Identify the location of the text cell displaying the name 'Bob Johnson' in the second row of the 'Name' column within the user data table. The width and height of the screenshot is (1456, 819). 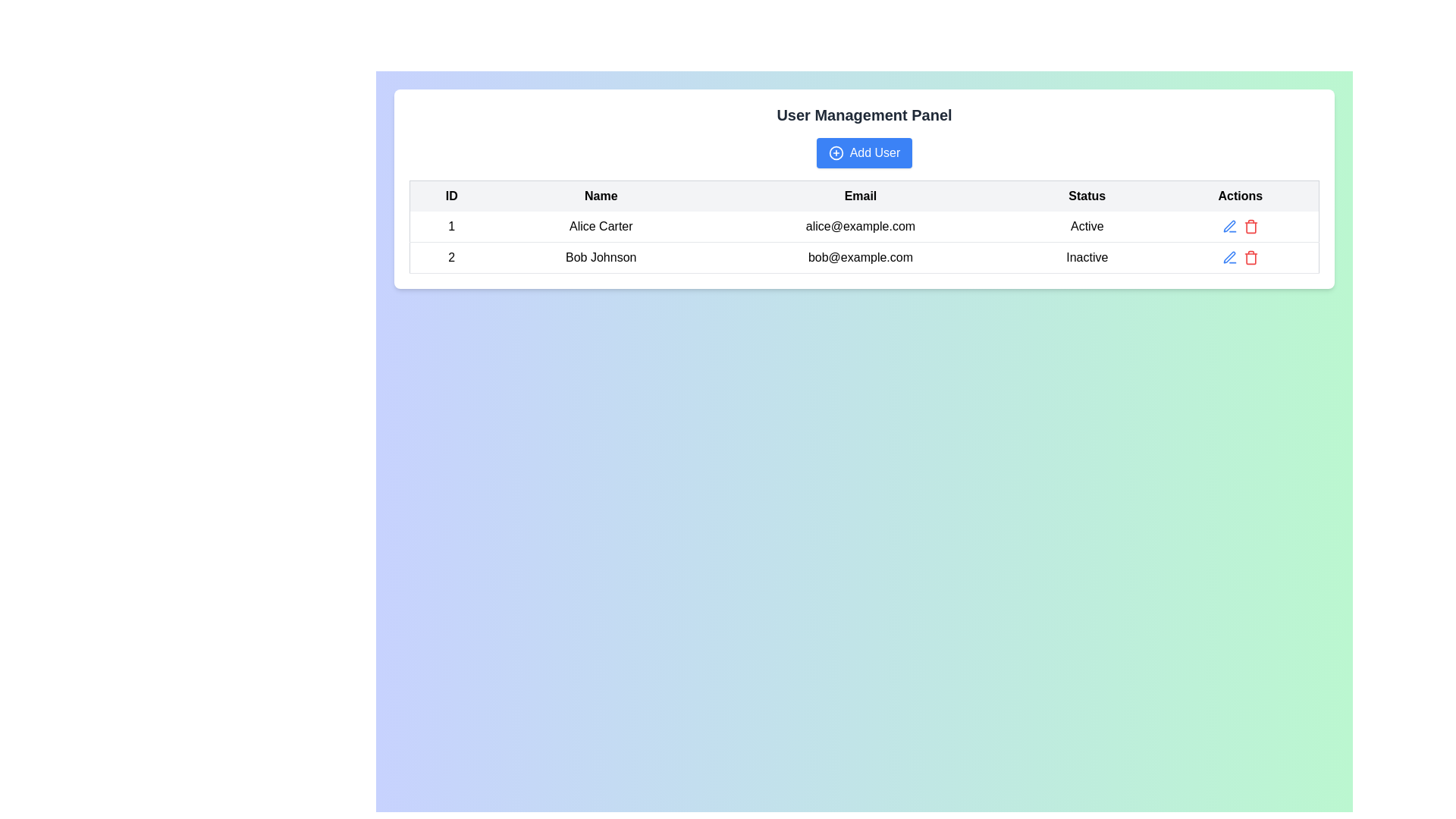
(600, 256).